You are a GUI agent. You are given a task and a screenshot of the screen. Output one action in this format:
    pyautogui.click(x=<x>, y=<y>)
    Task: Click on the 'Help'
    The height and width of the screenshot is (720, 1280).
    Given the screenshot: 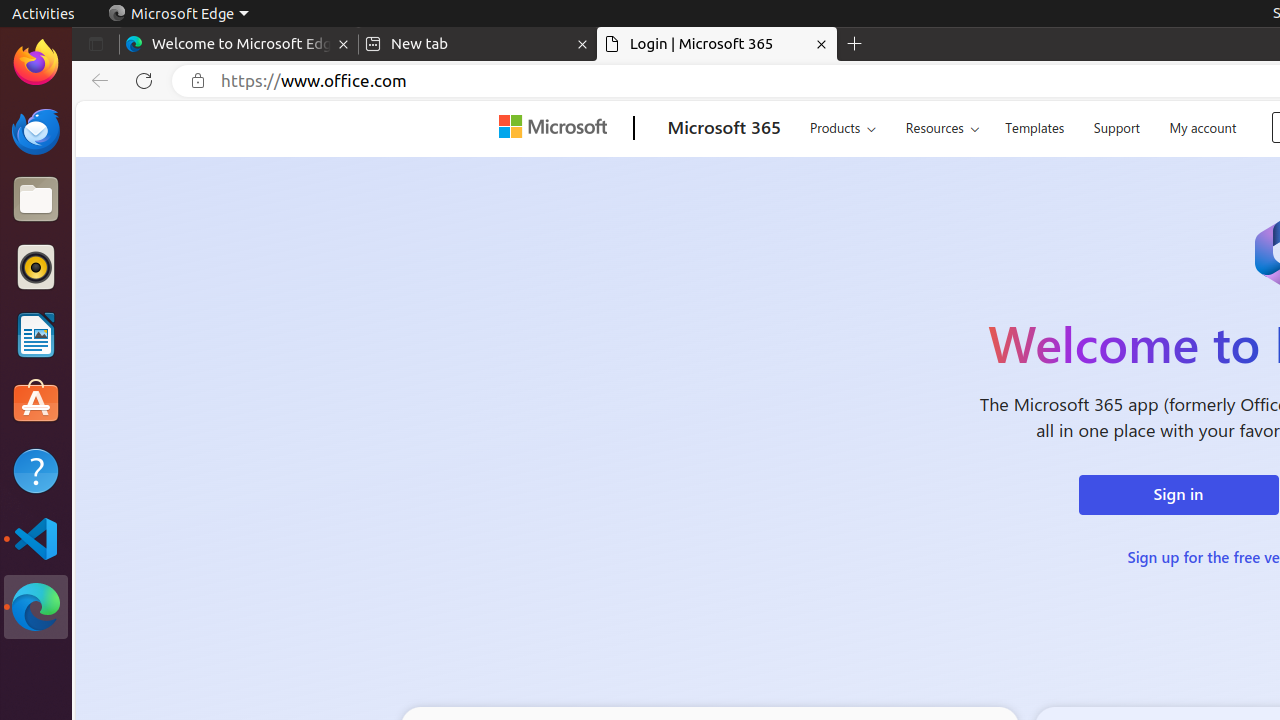 What is the action you would take?
    pyautogui.click(x=35, y=471)
    